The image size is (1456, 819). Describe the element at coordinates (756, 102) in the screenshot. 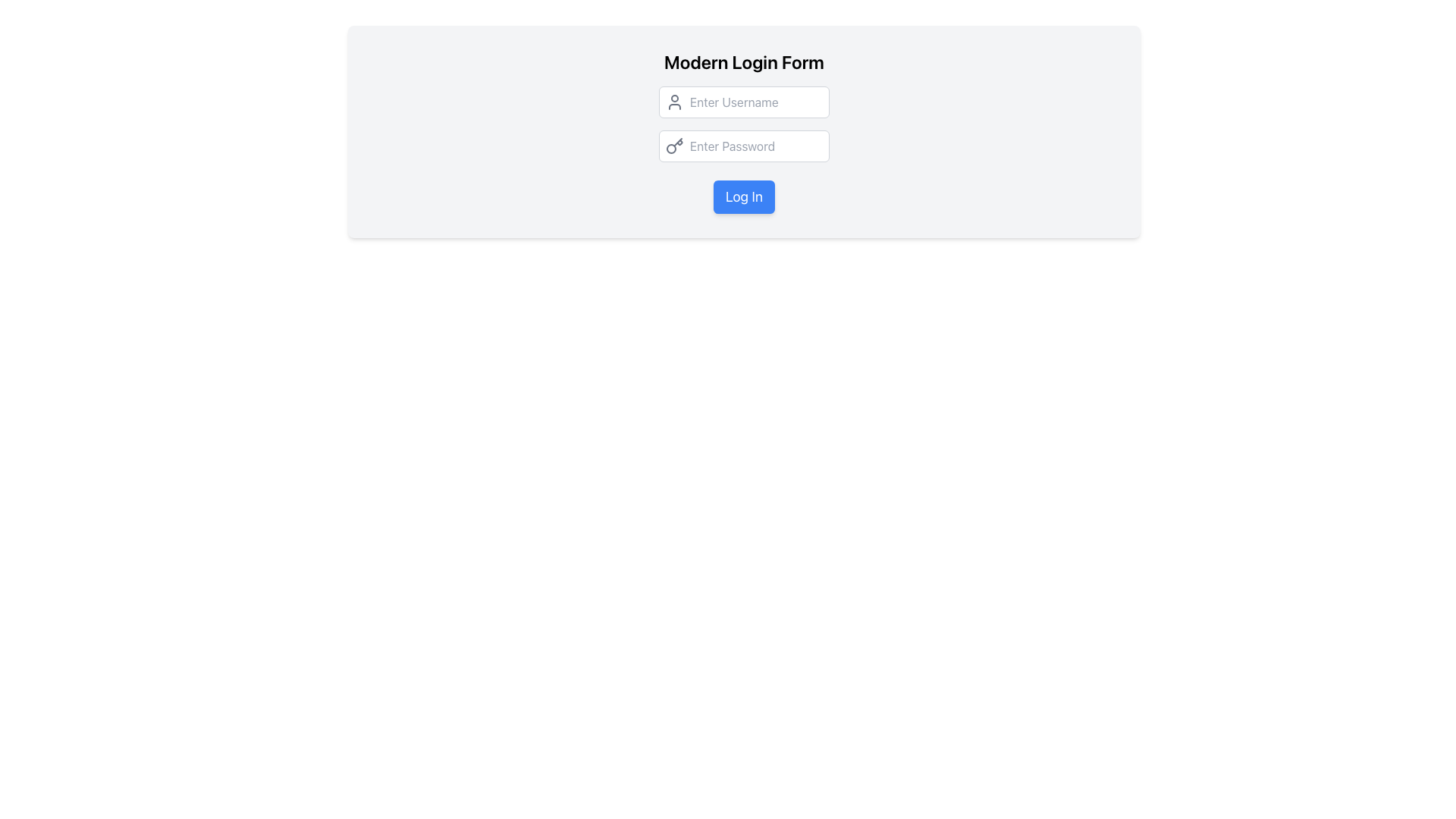

I see `the text input field for username entry` at that location.